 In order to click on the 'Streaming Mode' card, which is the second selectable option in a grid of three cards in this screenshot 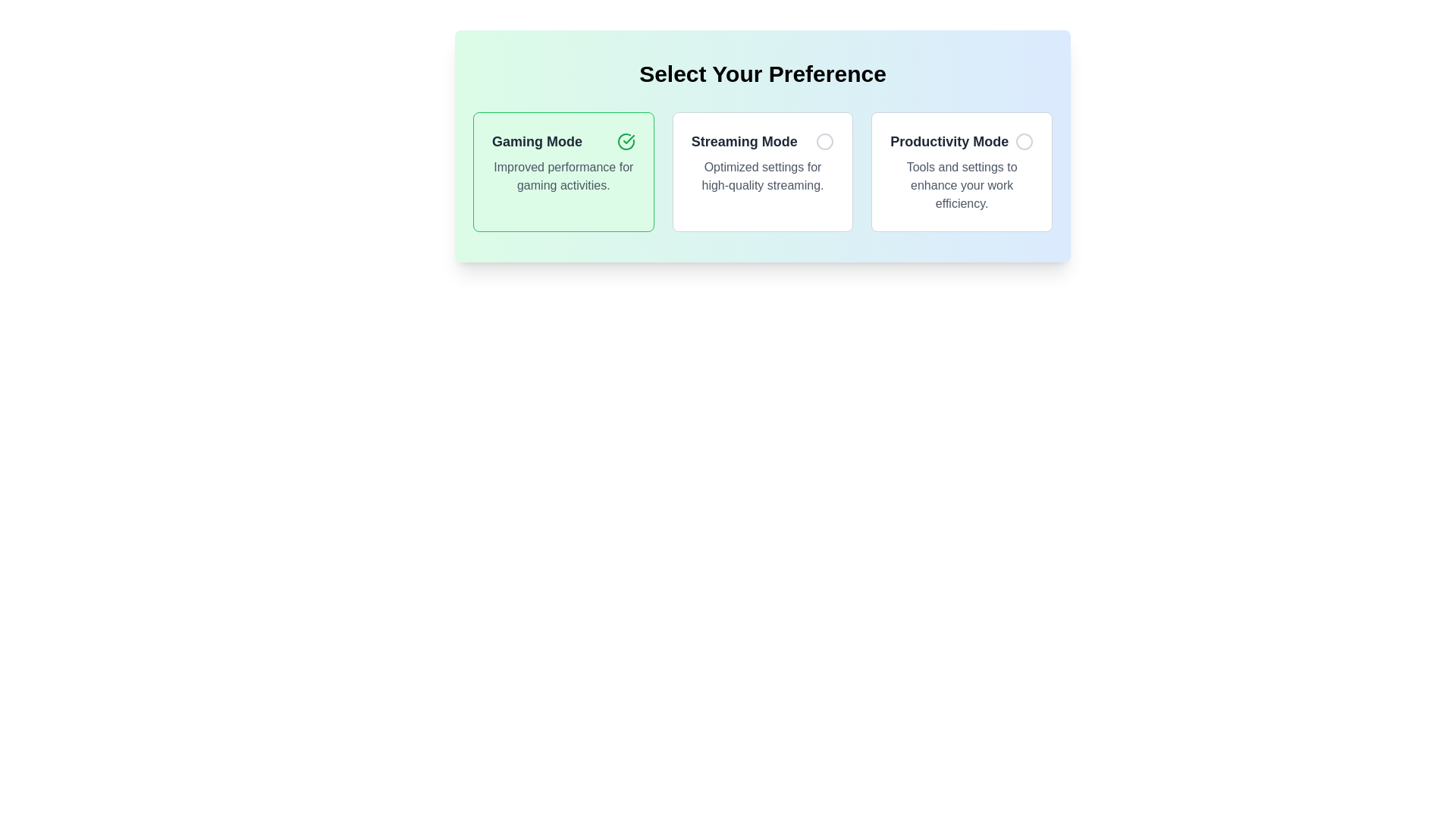, I will do `click(763, 171)`.